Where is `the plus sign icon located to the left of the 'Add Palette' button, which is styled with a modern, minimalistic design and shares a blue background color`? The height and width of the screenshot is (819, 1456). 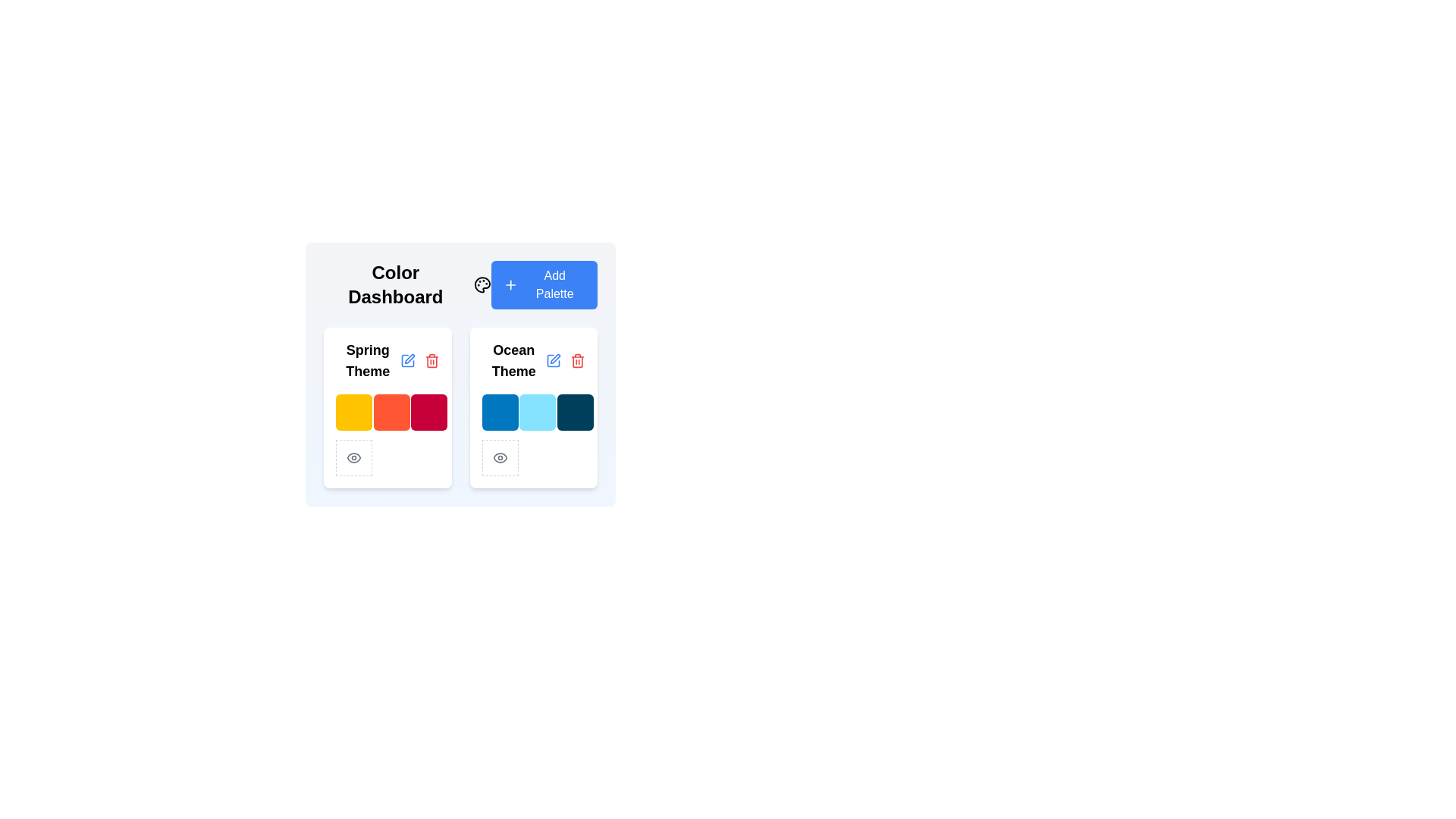
the plus sign icon located to the left of the 'Add Palette' button, which is styled with a modern, minimalistic design and shares a blue background color is located at coordinates (510, 284).